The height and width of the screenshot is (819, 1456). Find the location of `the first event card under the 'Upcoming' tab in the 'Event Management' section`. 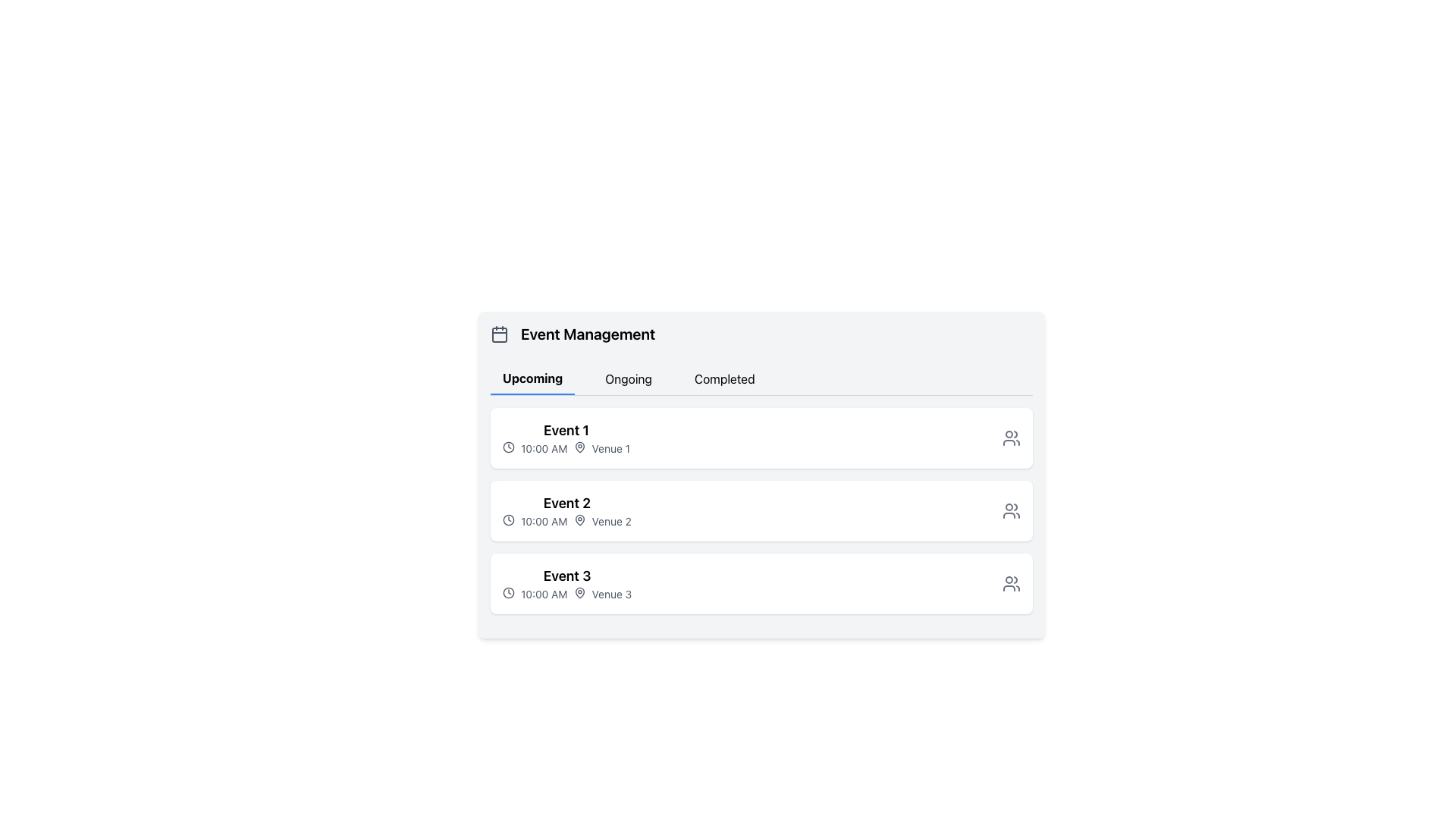

the first event card under the 'Upcoming' tab in the 'Event Management' section is located at coordinates (761, 438).